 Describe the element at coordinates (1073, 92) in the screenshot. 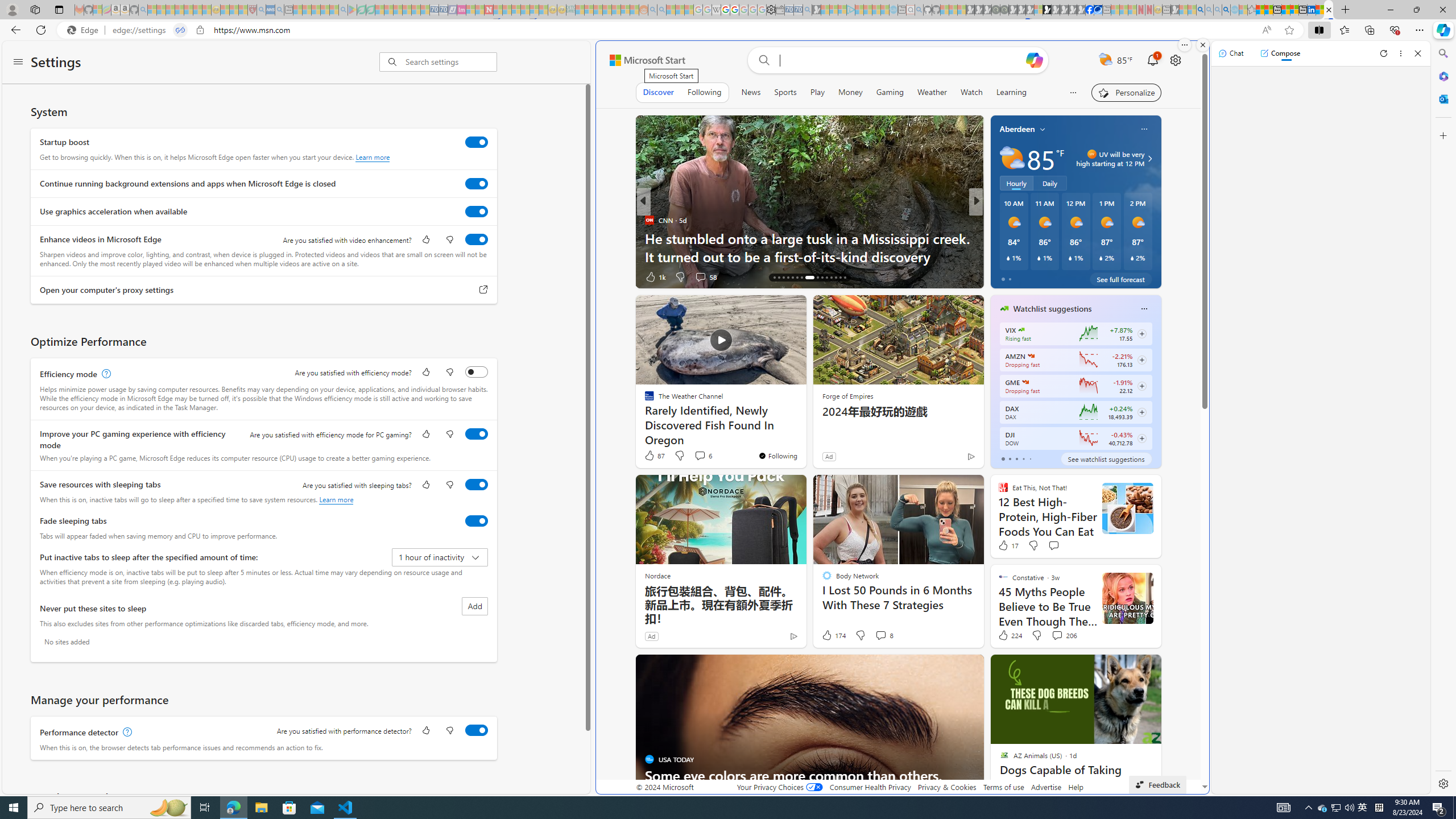

I see `'Show more topics'` at that location.